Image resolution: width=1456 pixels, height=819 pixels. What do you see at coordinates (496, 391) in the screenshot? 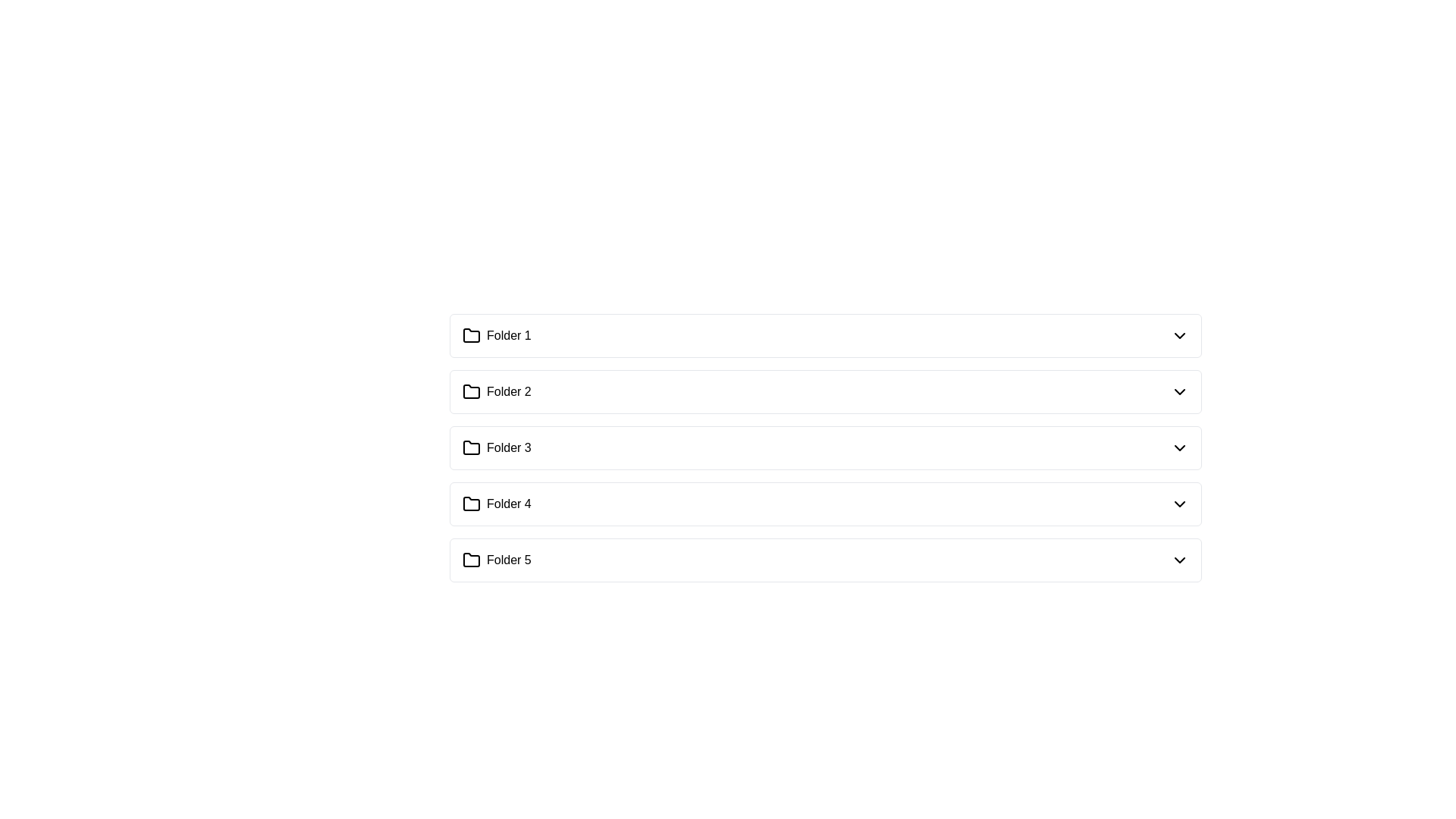
I see `the 'Folder 2' label with an icon resembling a folder` at bounding box center [496, 391].